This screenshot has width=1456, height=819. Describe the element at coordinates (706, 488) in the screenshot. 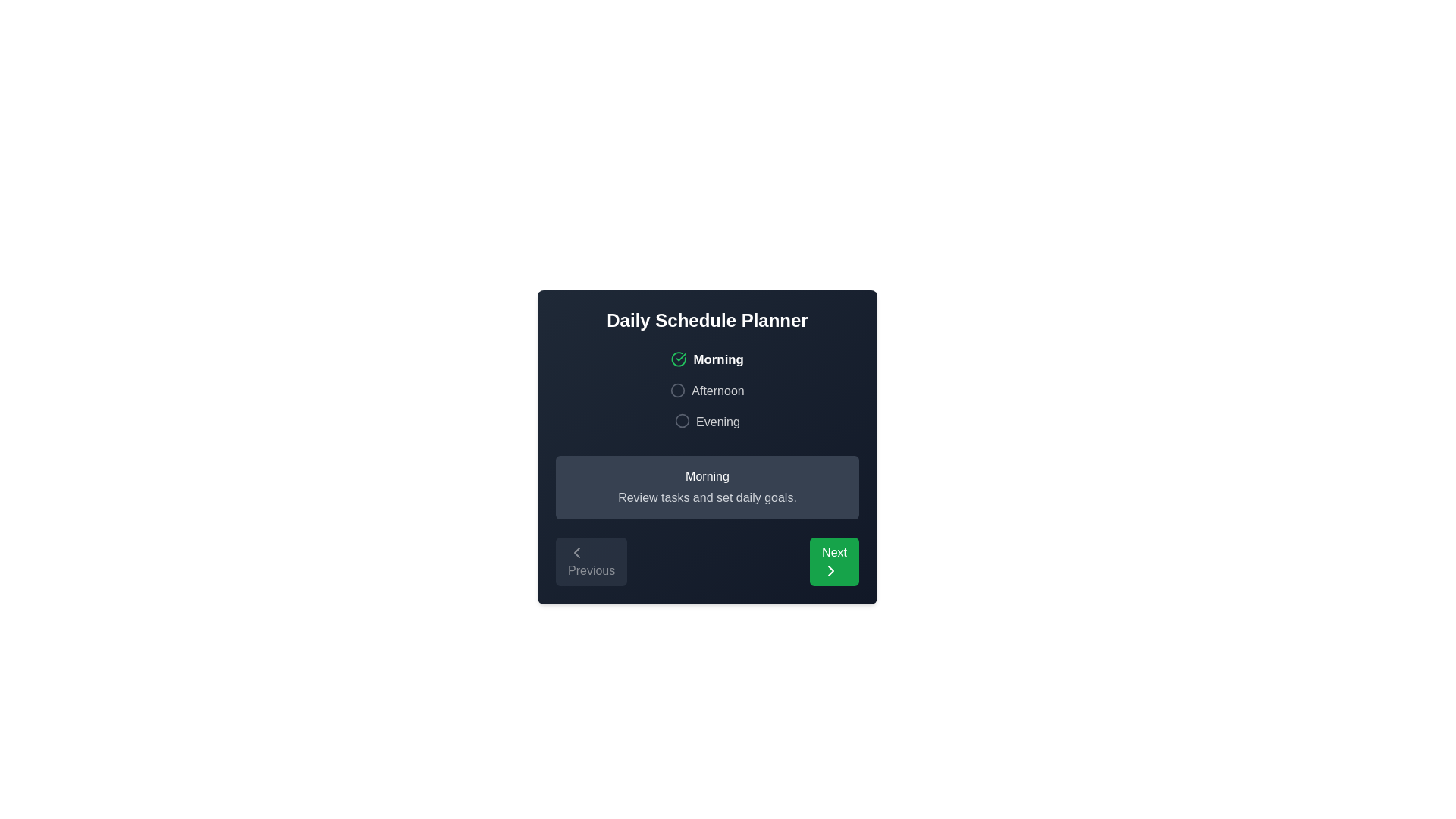

I see `the informational text block that provides details about the 'Morning' schedule option, located below the 'Morning', 'Afternoon', and 'Evening' options, and above the 'Previous' and 'Next' navigation options in the 'Daily Schedule Planner' panel` at that location.